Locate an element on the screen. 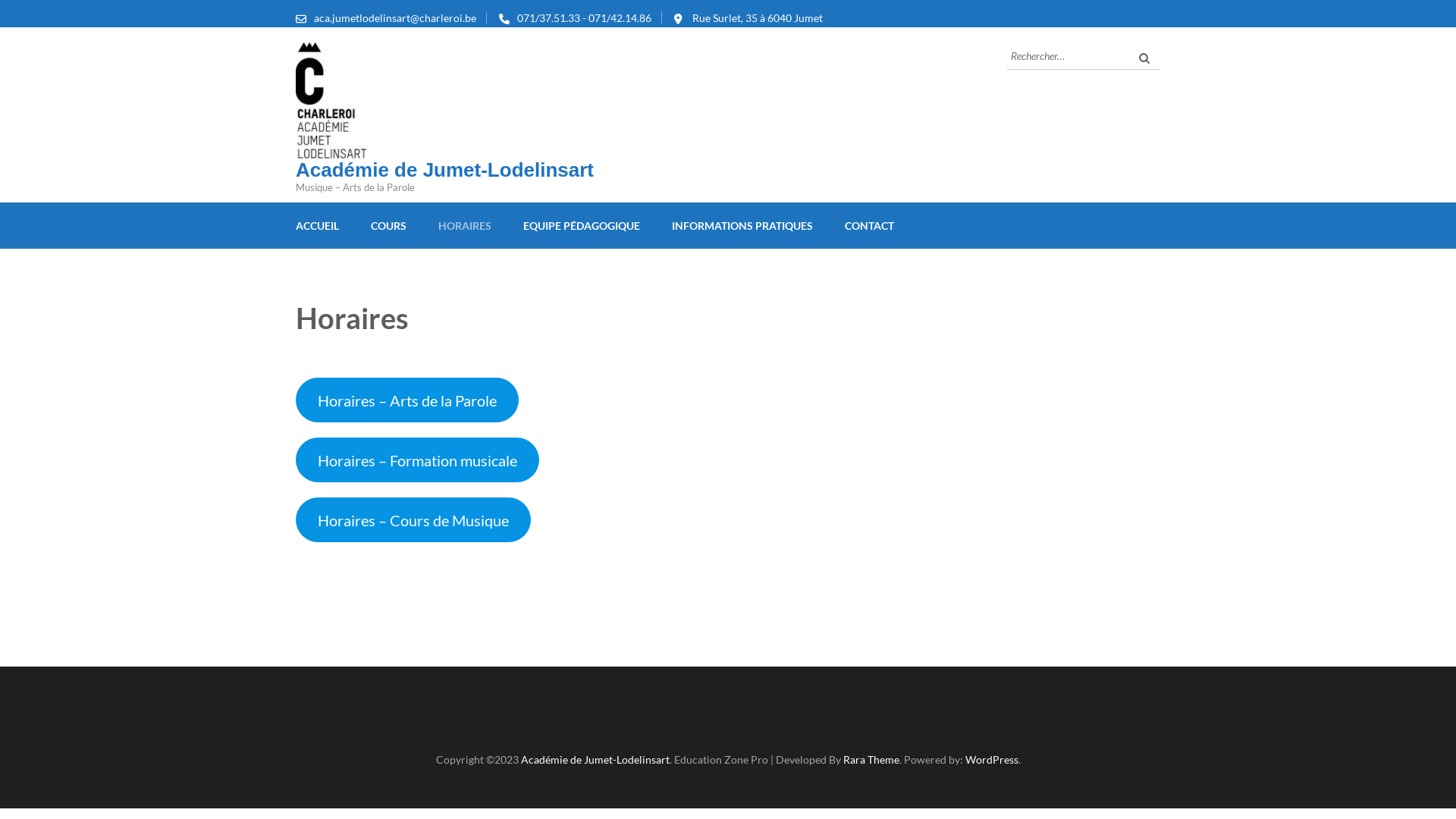 This screenshot has height=819, width=1456. 'aca.jumetlodelinsart@charleroi.be' is located at coordinates (395, 17).